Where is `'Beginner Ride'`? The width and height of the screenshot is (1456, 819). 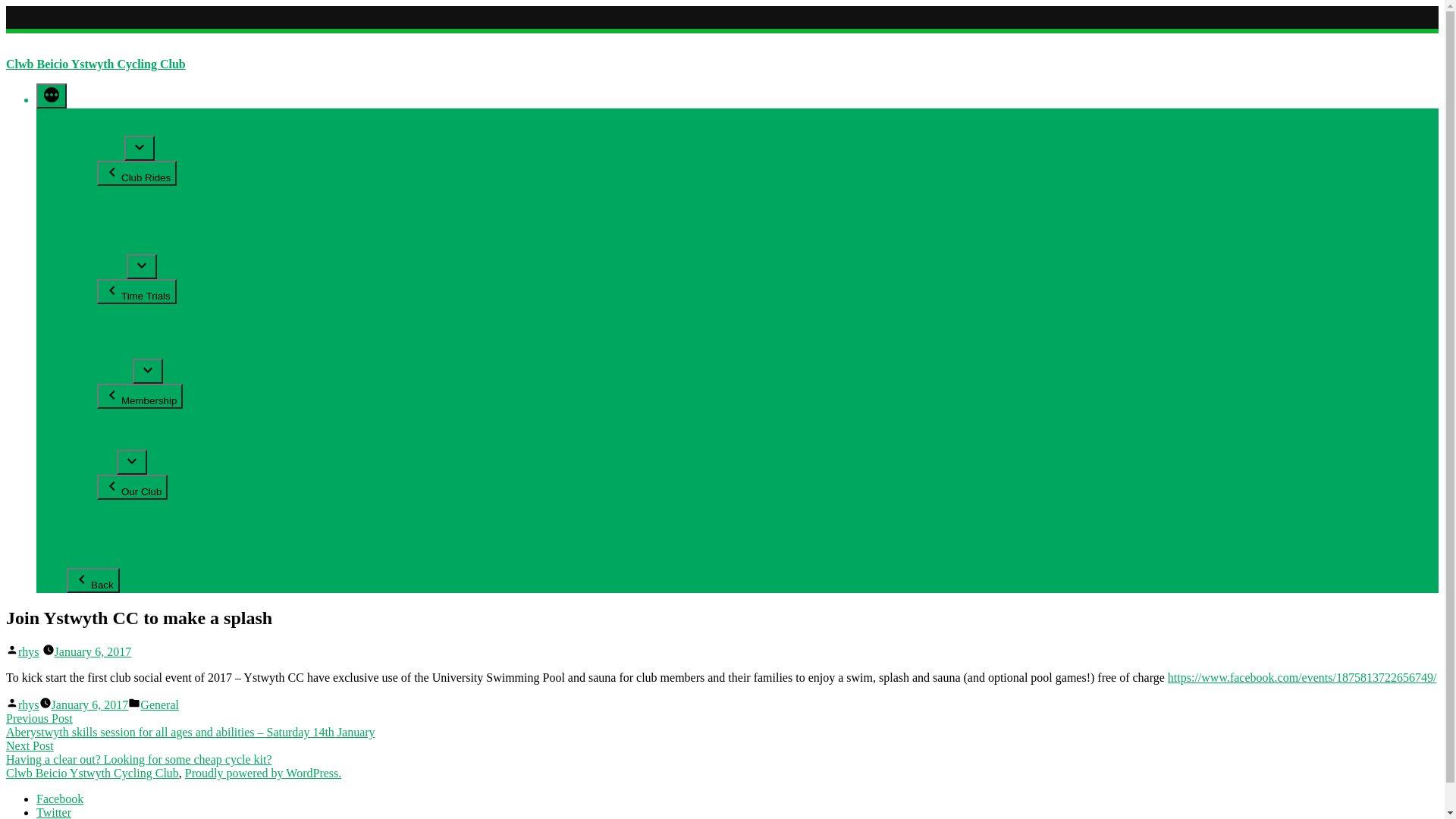
'Beginner Ride' is located at coordinates (134, 191).